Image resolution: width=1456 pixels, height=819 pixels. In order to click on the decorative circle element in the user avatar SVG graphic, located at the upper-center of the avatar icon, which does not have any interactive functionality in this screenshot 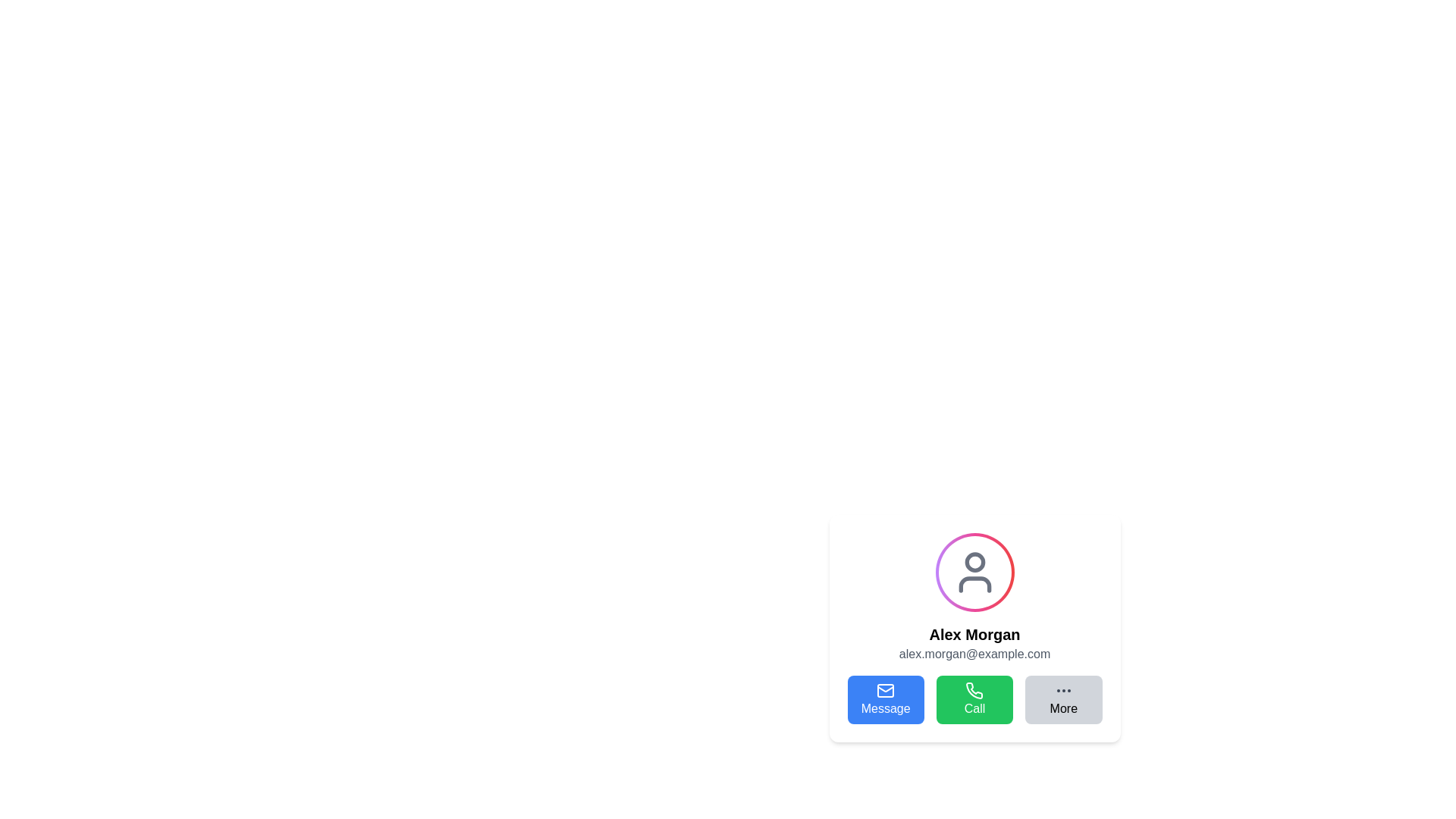, I will do `click(974, 562)`.